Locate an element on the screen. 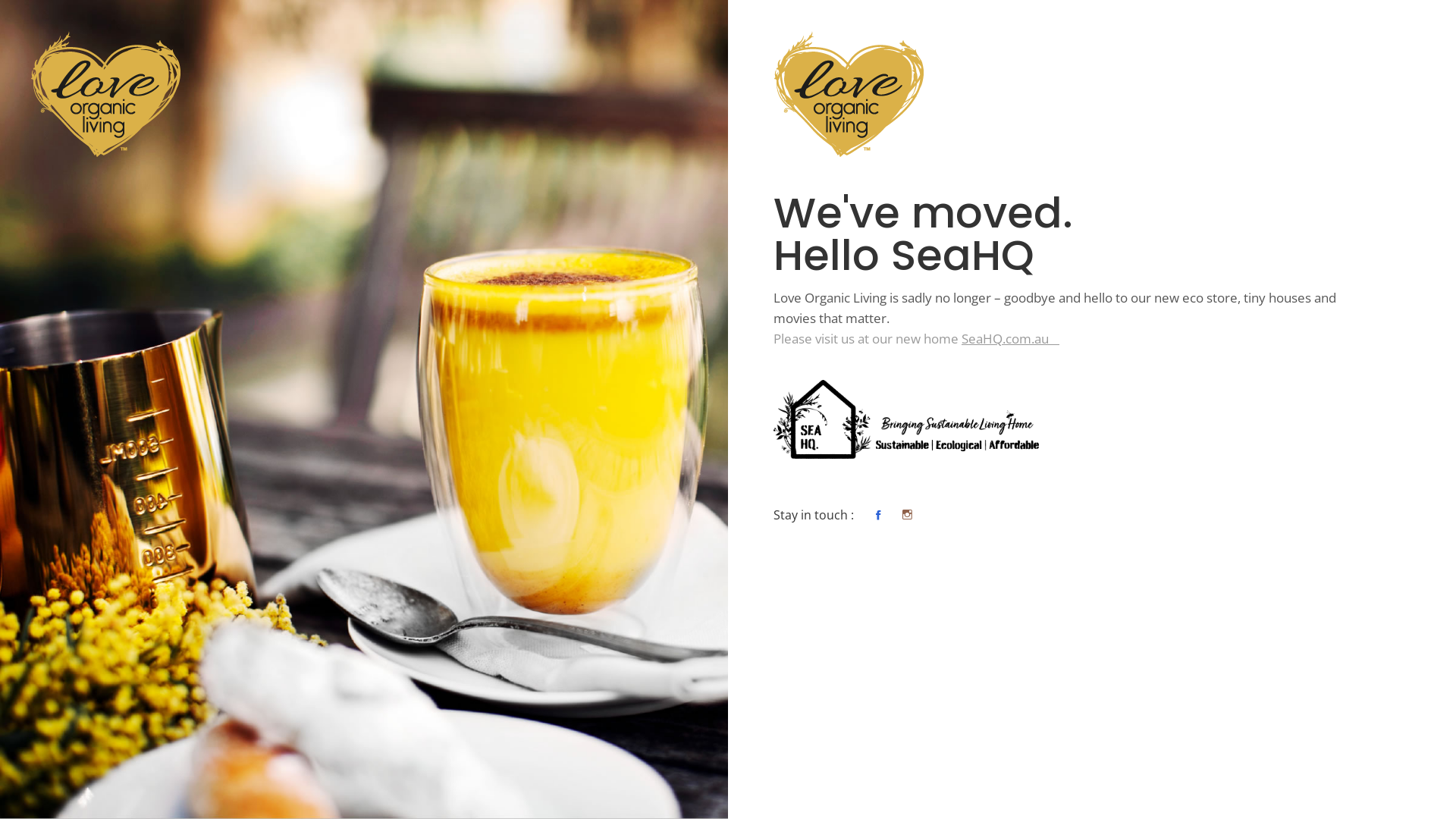  'SeaHQ Instagram' is located at coordinates (907, 514).